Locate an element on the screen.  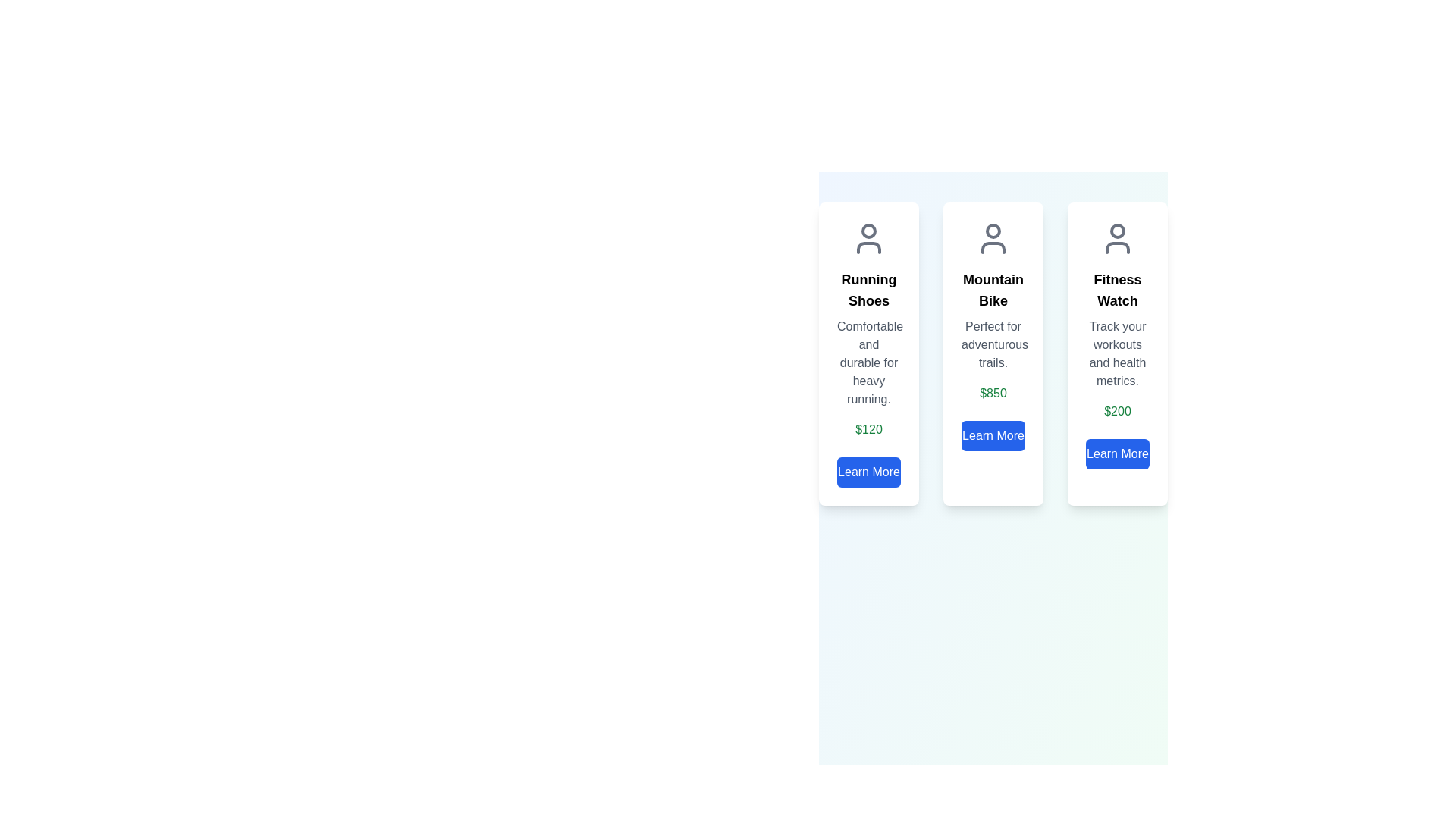
the SVG circle element in the top icon of the 'Fitness Watch' card, which is the third card from the left in the series of product cards is located at coordinates (1117, 231).